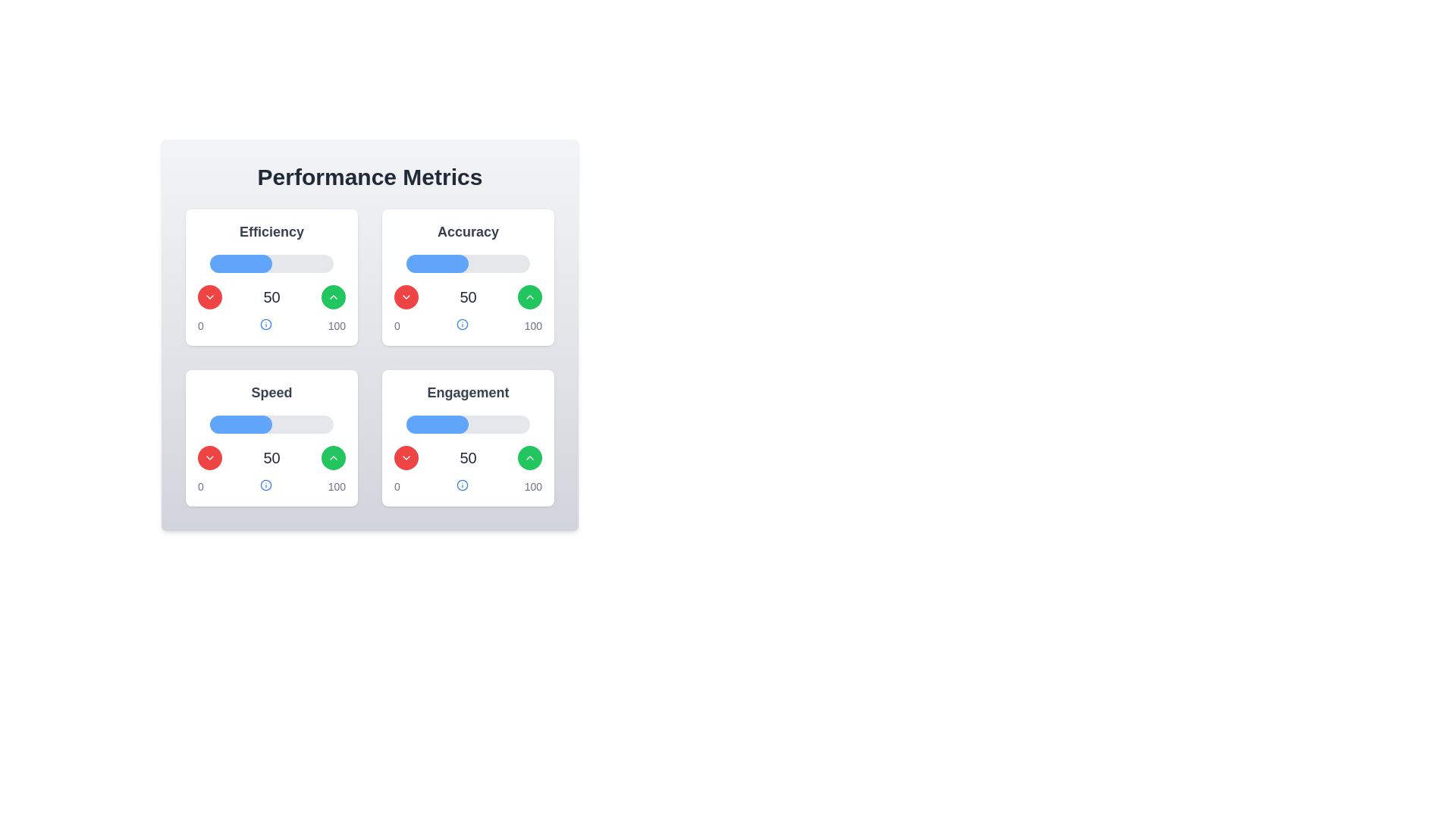  I want to click on the decrement button located in the 'Engagement' card, positioned below the blue progress bar and to the left of the numeric value '50', so click(406, 457).